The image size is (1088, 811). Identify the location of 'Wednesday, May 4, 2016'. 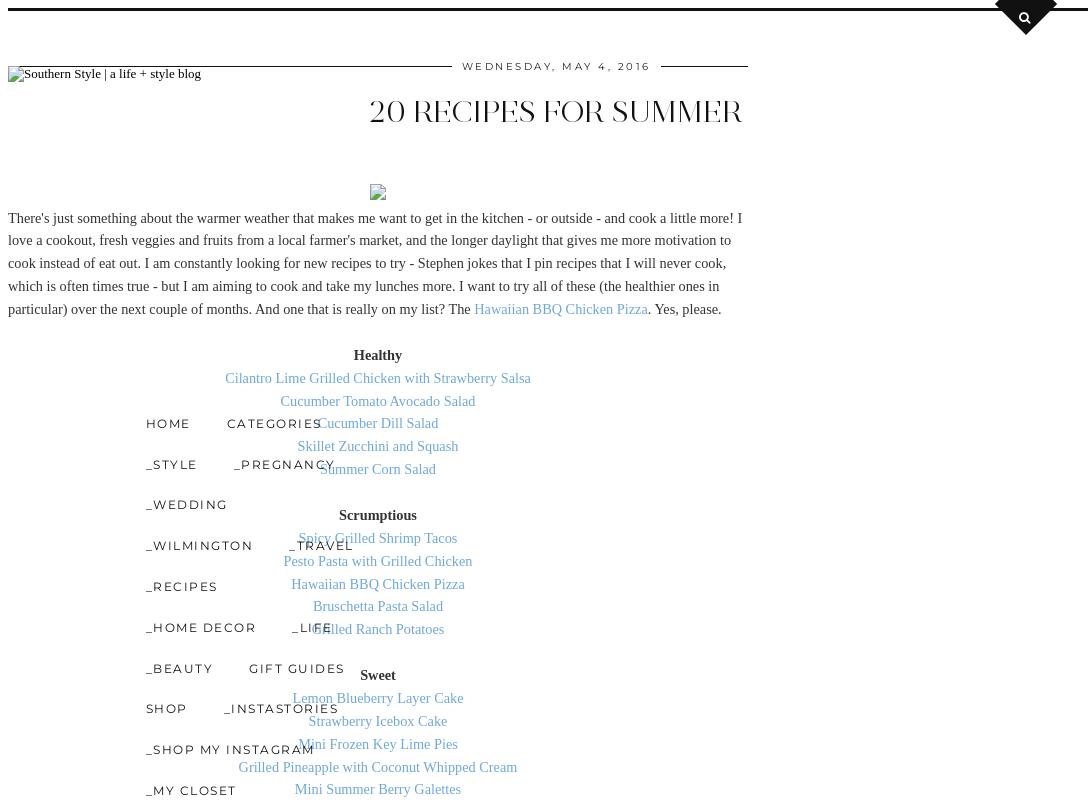
(459, 66).